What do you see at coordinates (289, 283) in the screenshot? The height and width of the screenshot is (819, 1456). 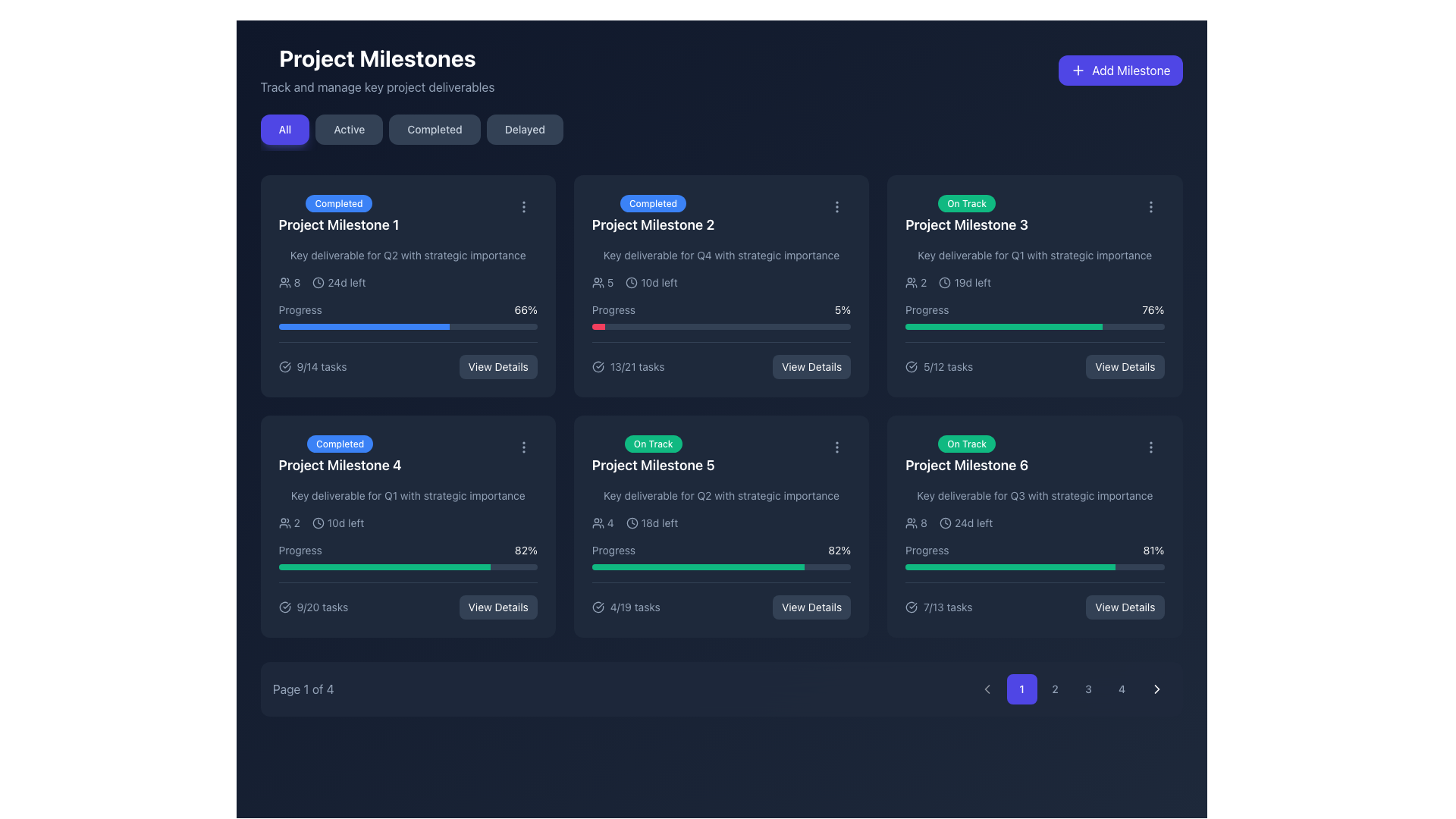 I see `the icon and text combination indicating the number of individuals associated with 'Project Milestone 1' located at the top-left section of the interface` at bounding box center [289, 283].